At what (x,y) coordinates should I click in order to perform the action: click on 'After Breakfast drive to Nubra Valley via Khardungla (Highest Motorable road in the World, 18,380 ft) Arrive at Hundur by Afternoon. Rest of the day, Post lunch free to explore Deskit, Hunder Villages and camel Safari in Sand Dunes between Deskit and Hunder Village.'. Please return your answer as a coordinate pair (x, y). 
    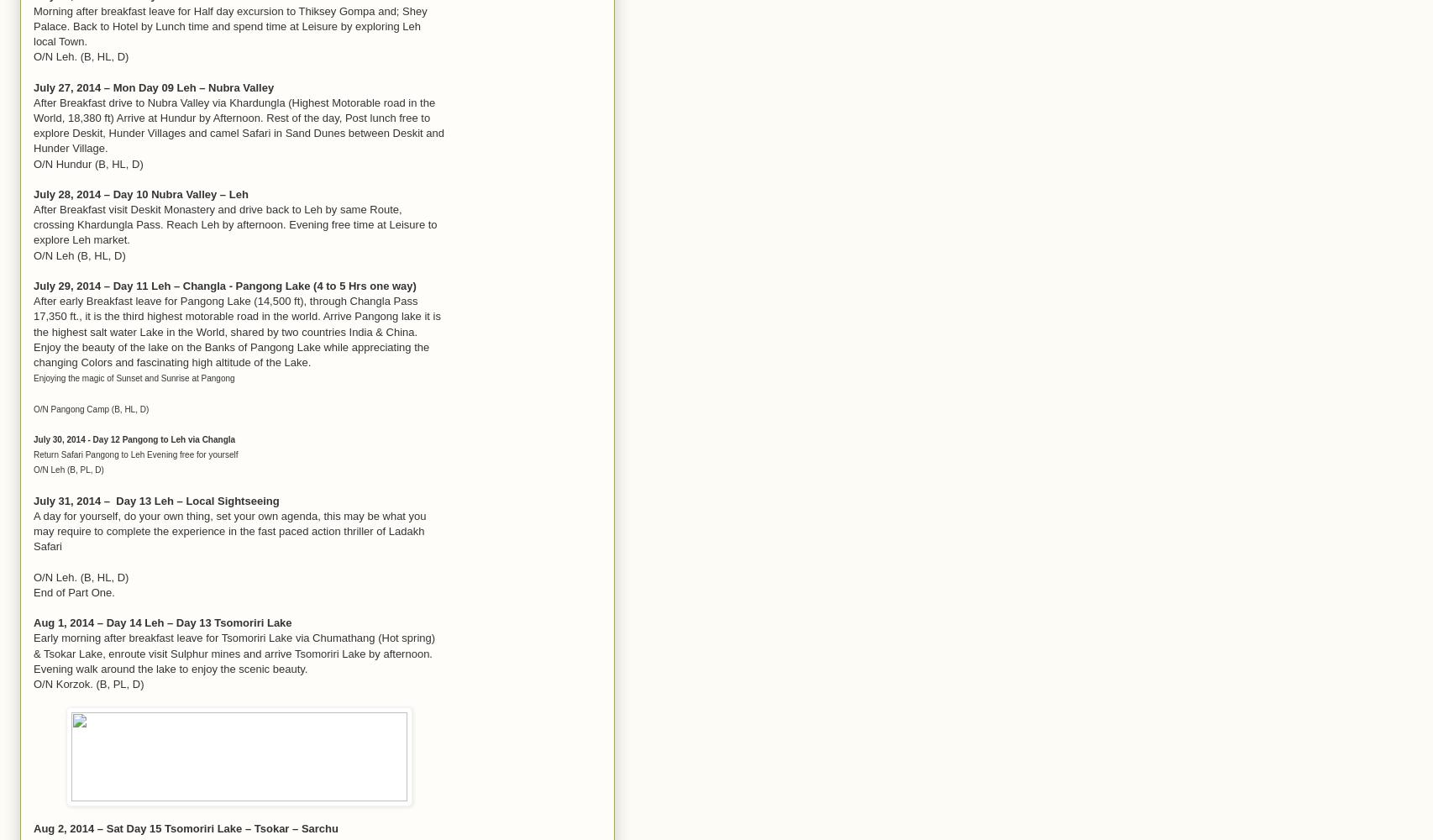
    Looking at the image, I should click on (239, 125).